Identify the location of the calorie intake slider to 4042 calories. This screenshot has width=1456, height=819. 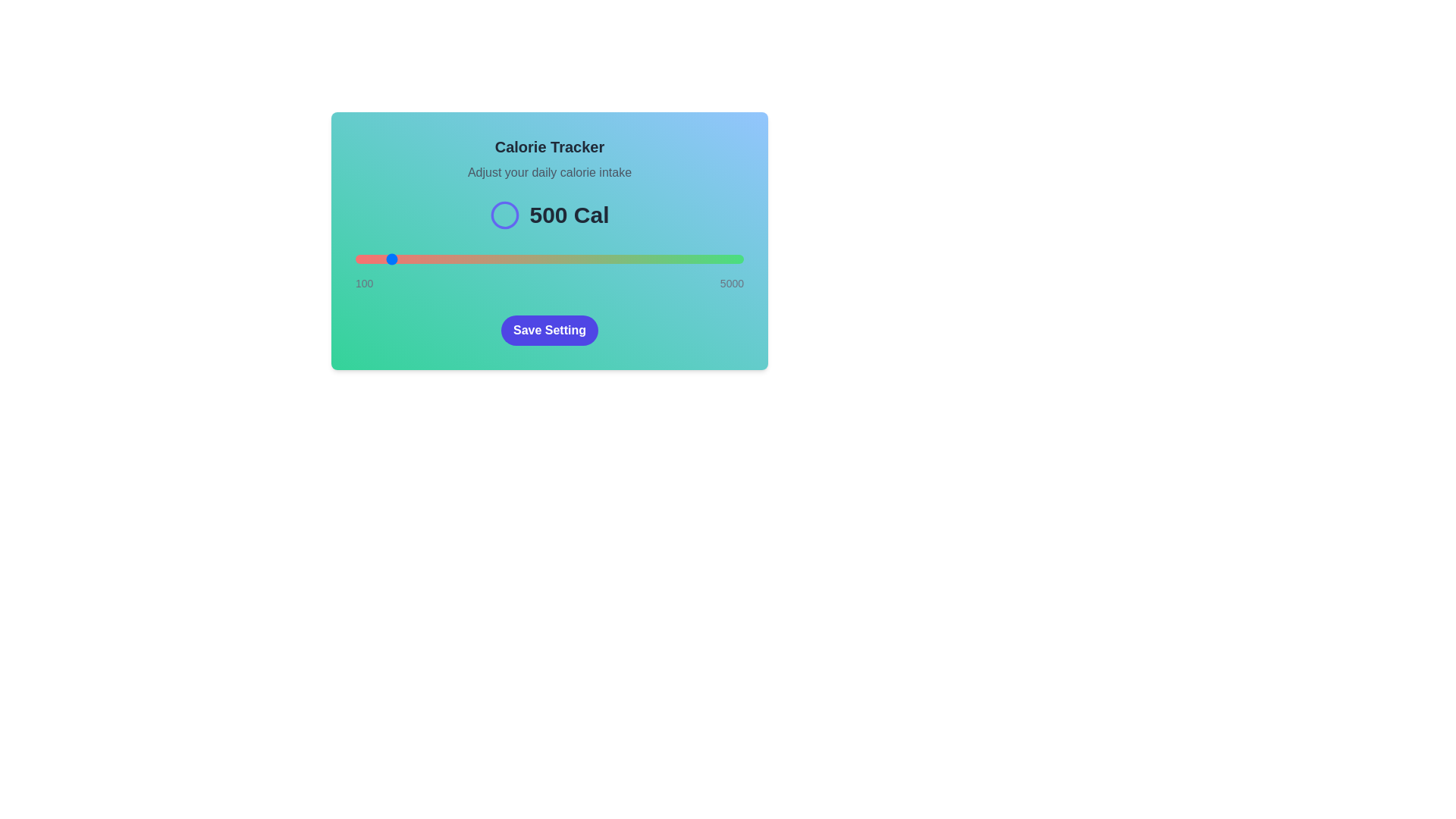
(667, 259).